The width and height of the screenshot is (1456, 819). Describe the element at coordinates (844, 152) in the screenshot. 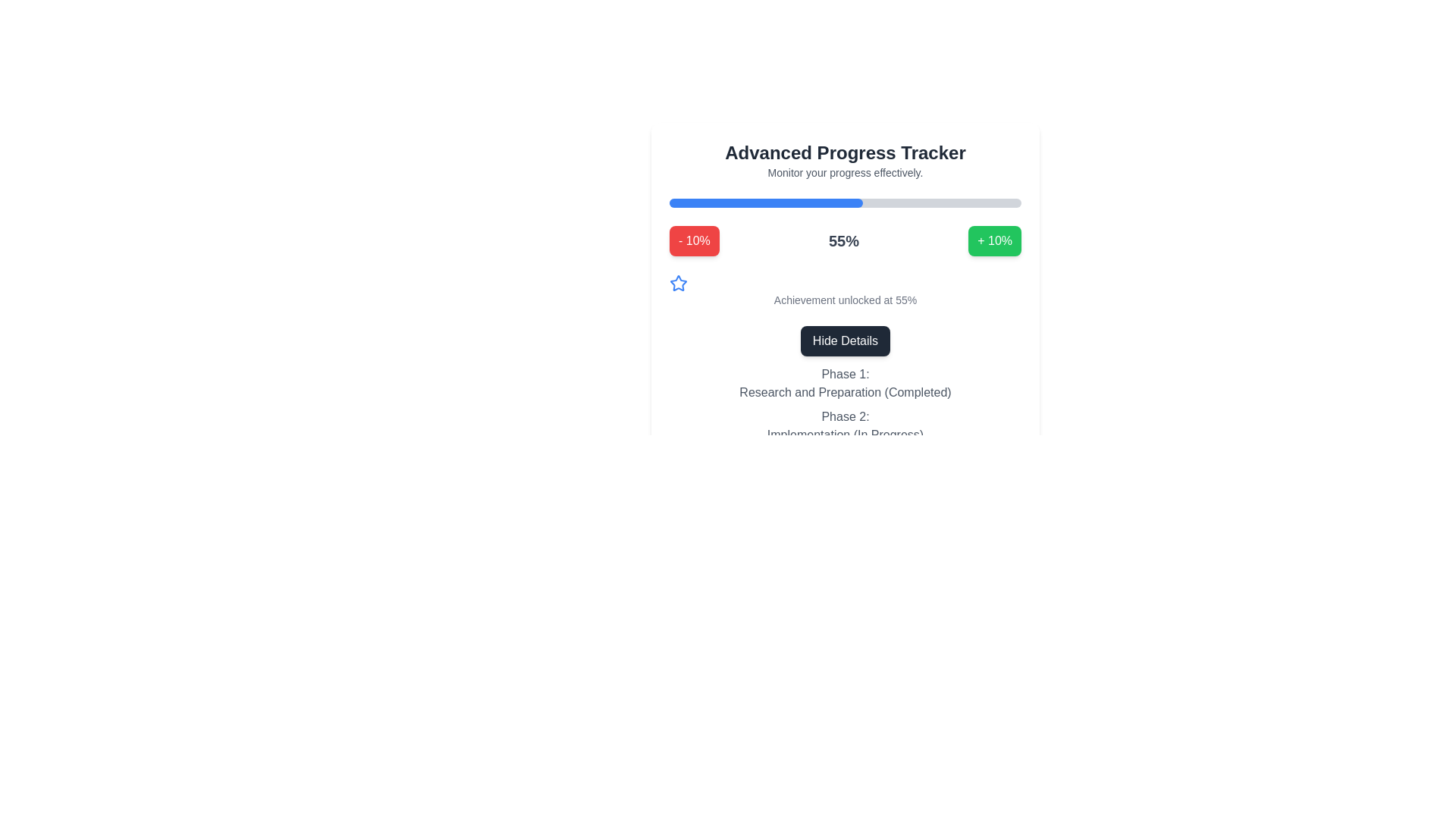

I see `the prominently displayed heading with the text 'Advanced Progress Tracker', which is styled in bold, extra-large dark gray font and located at the top center of the interface` at that location.